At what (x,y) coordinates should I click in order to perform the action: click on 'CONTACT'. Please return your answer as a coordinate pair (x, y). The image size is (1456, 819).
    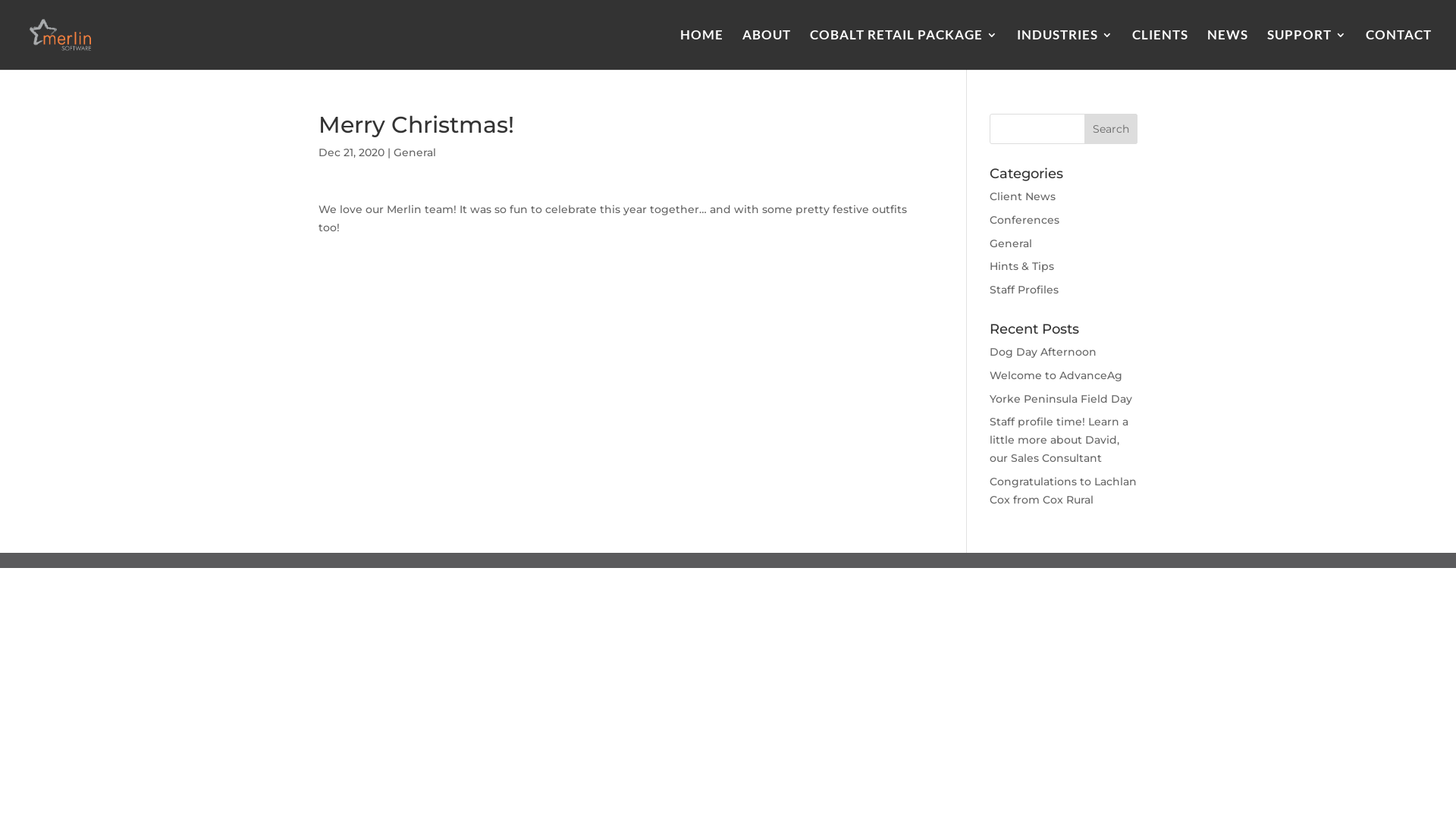
    Looking at the image, I should click on (1398, 49).